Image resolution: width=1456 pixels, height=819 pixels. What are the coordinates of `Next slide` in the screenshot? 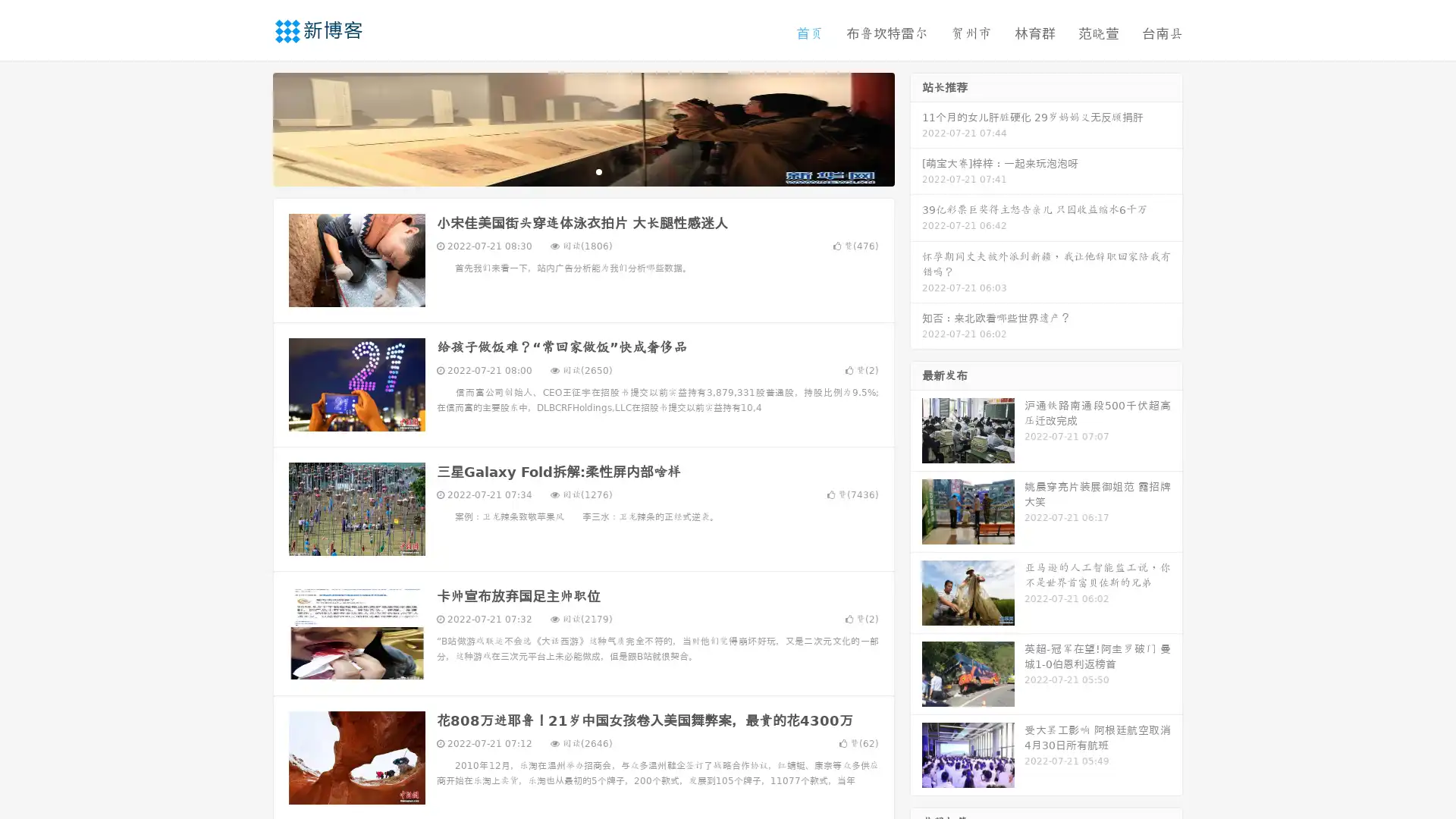 It's located at (916, 127).